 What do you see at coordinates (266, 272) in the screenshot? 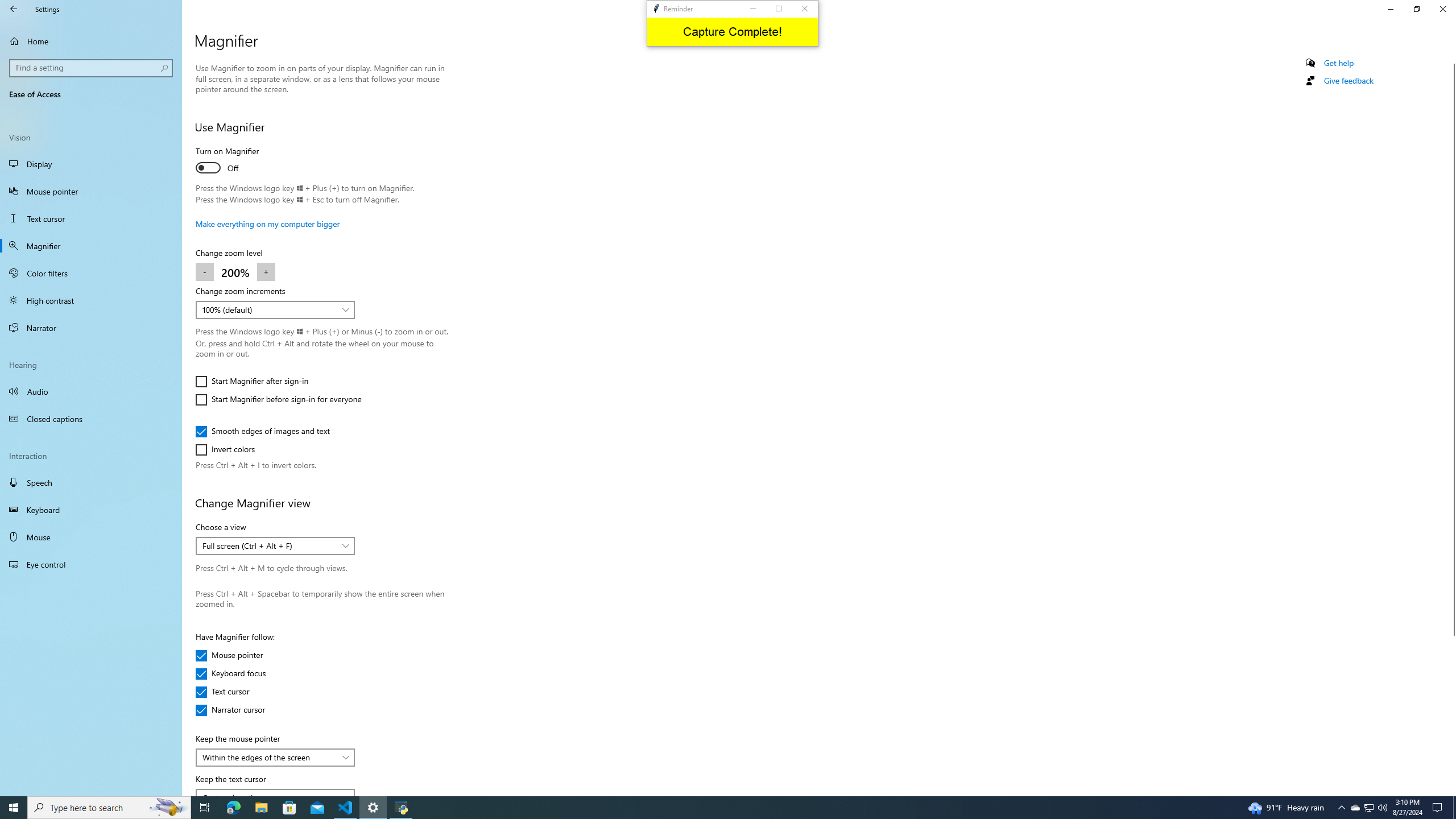
I see `'Zoom in'` at bounding box center [266, 272].